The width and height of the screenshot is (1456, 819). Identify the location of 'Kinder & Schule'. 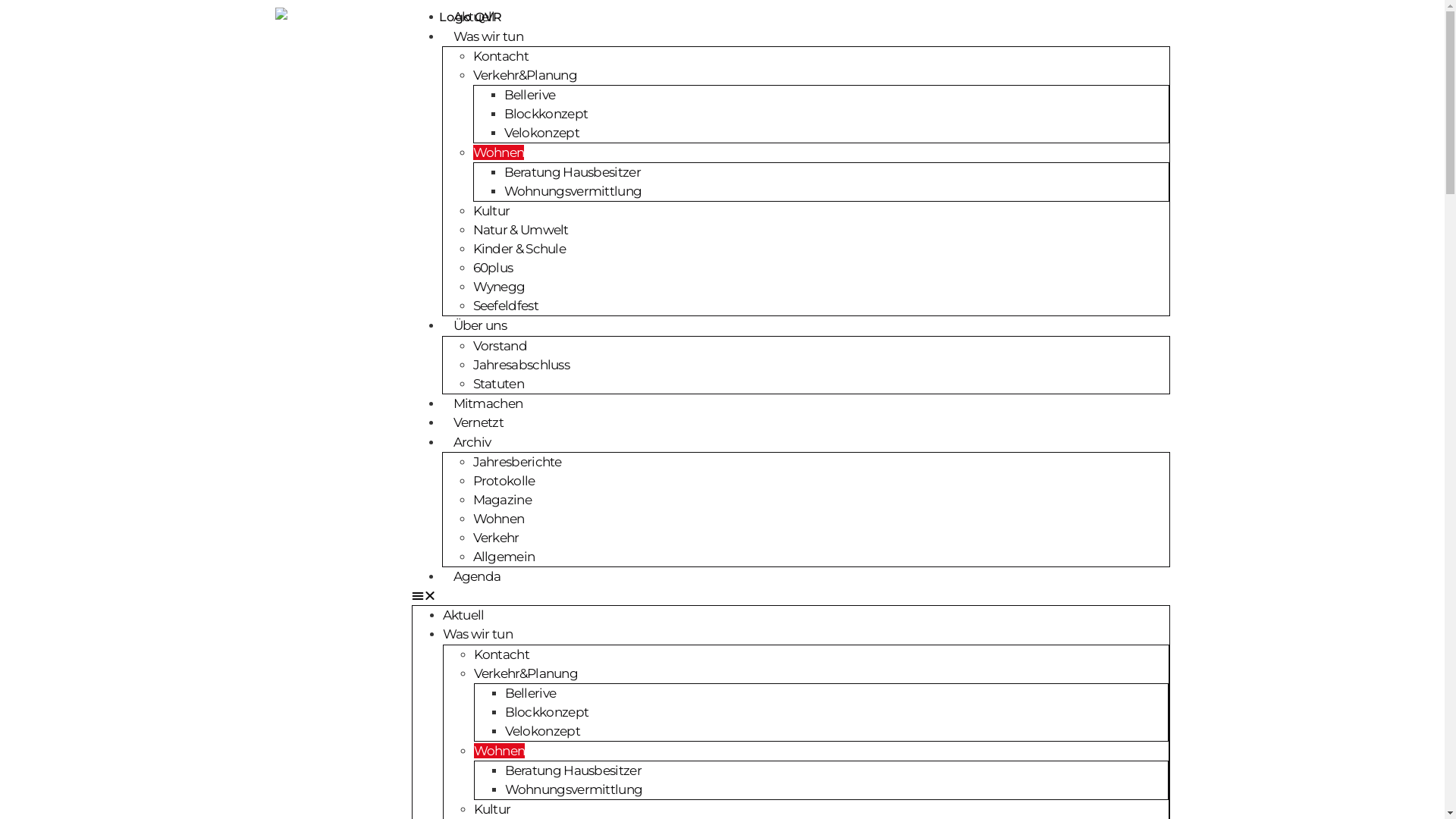
(519, 247).